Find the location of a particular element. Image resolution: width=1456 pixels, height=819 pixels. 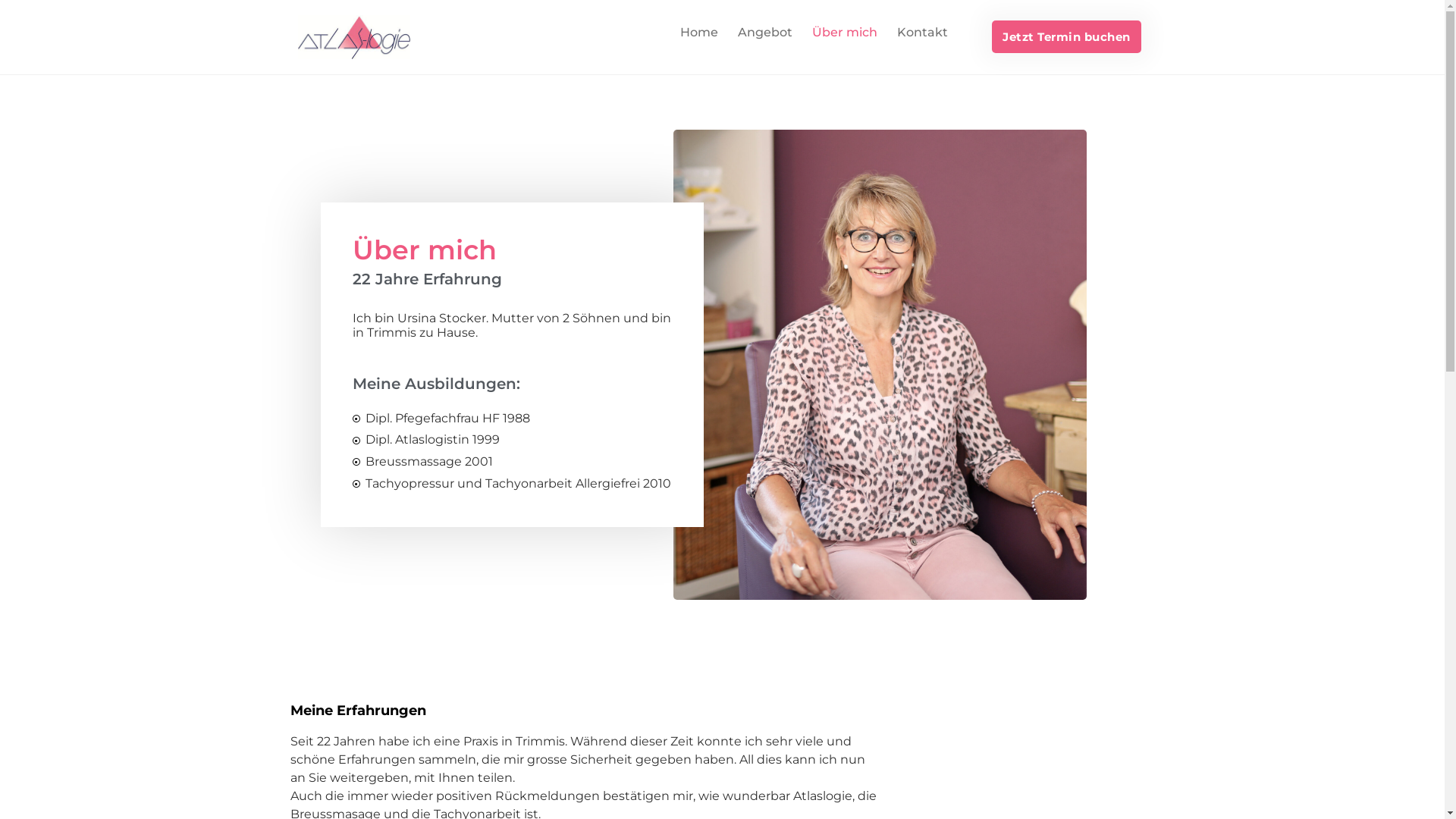

'Jetzt Termin buchen' is located at coordinates (1065, 36).